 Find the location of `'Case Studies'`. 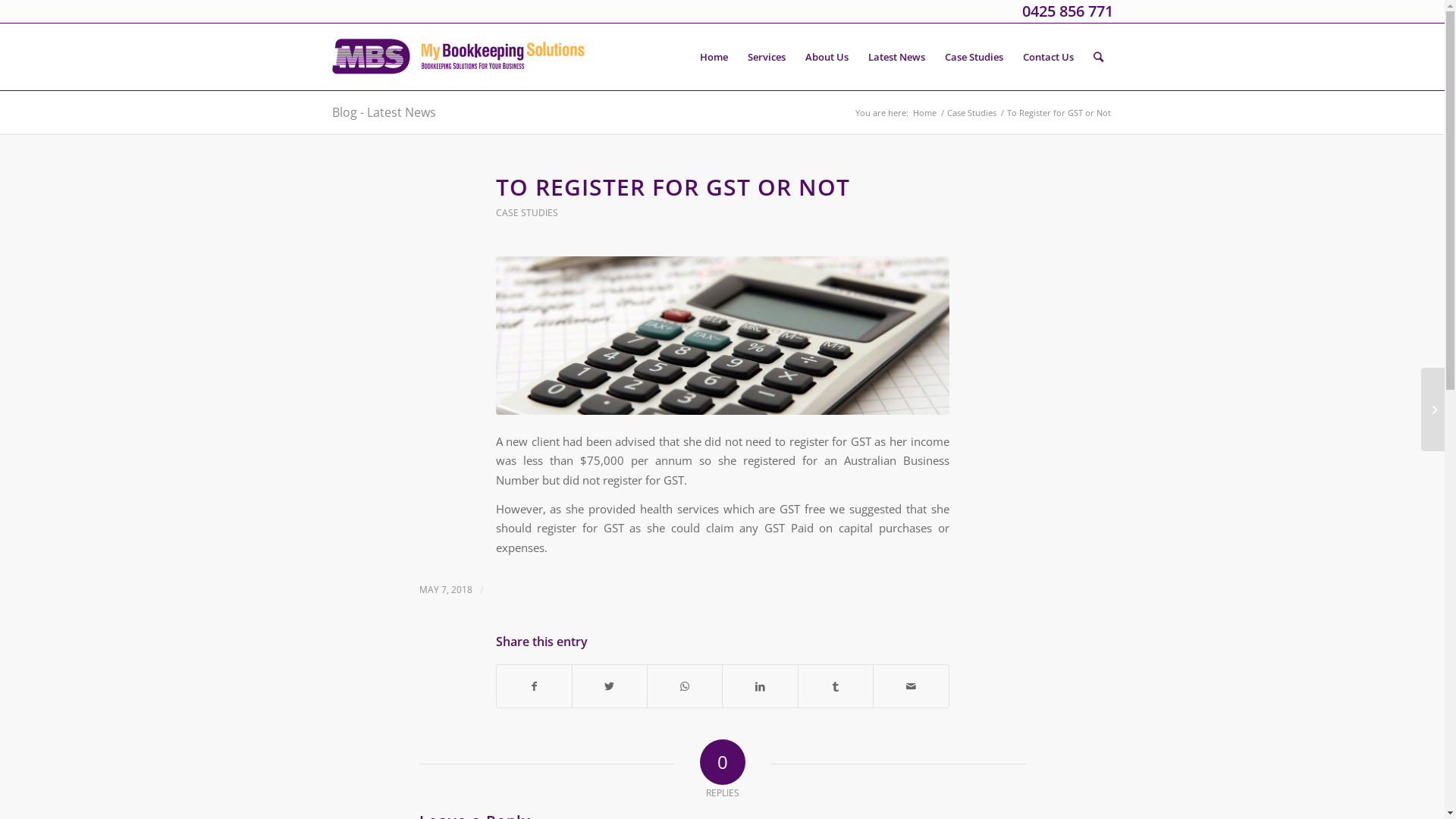

'Case Studies' is located at coordinates (971, 111).